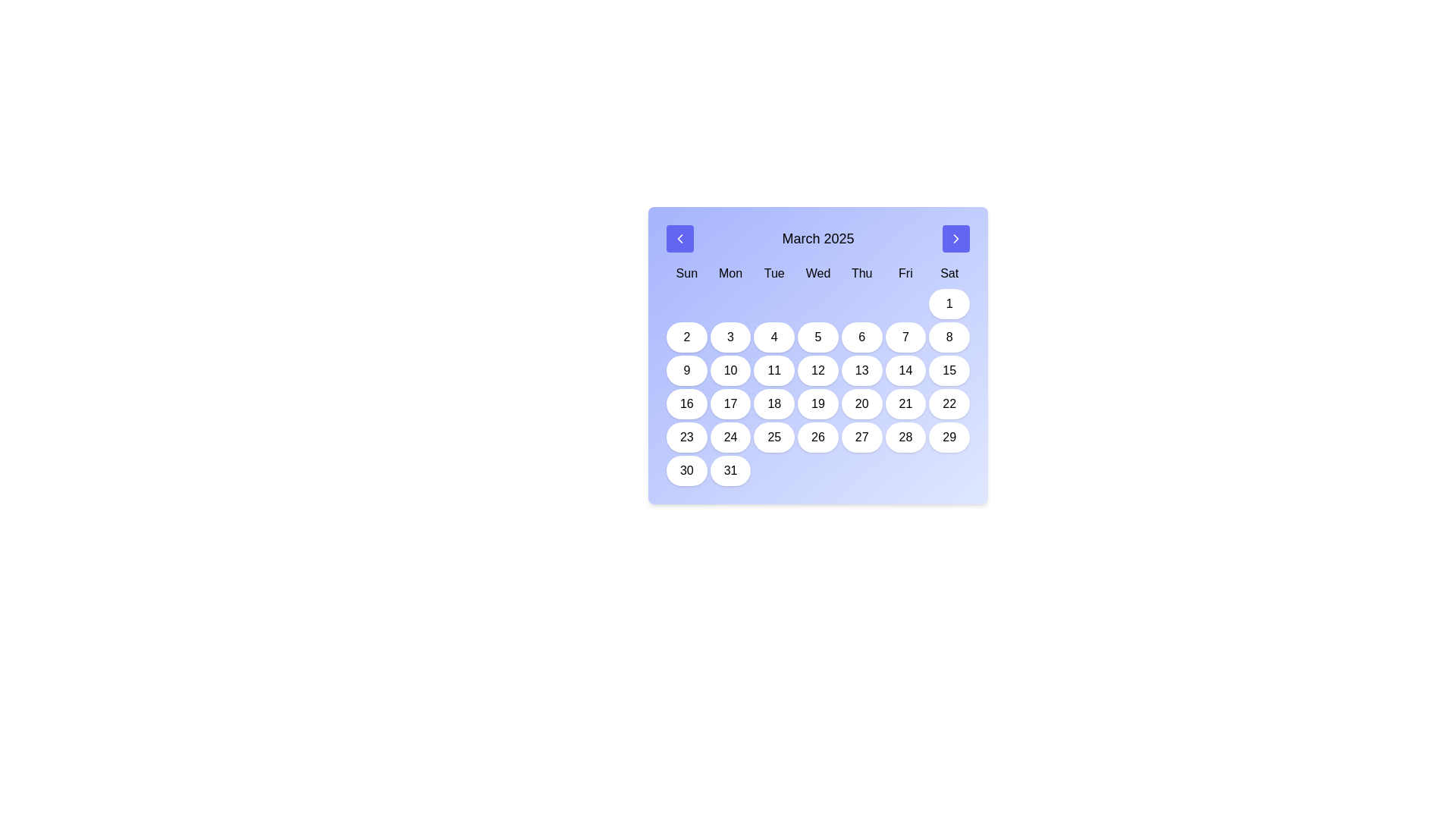  Describe the element at coordinates (730, 274) in the screenshot. I see `the text label displaying 'Mon' in bold font, located in the second position of the weekday headers above the main calendar dates grid` at that location.